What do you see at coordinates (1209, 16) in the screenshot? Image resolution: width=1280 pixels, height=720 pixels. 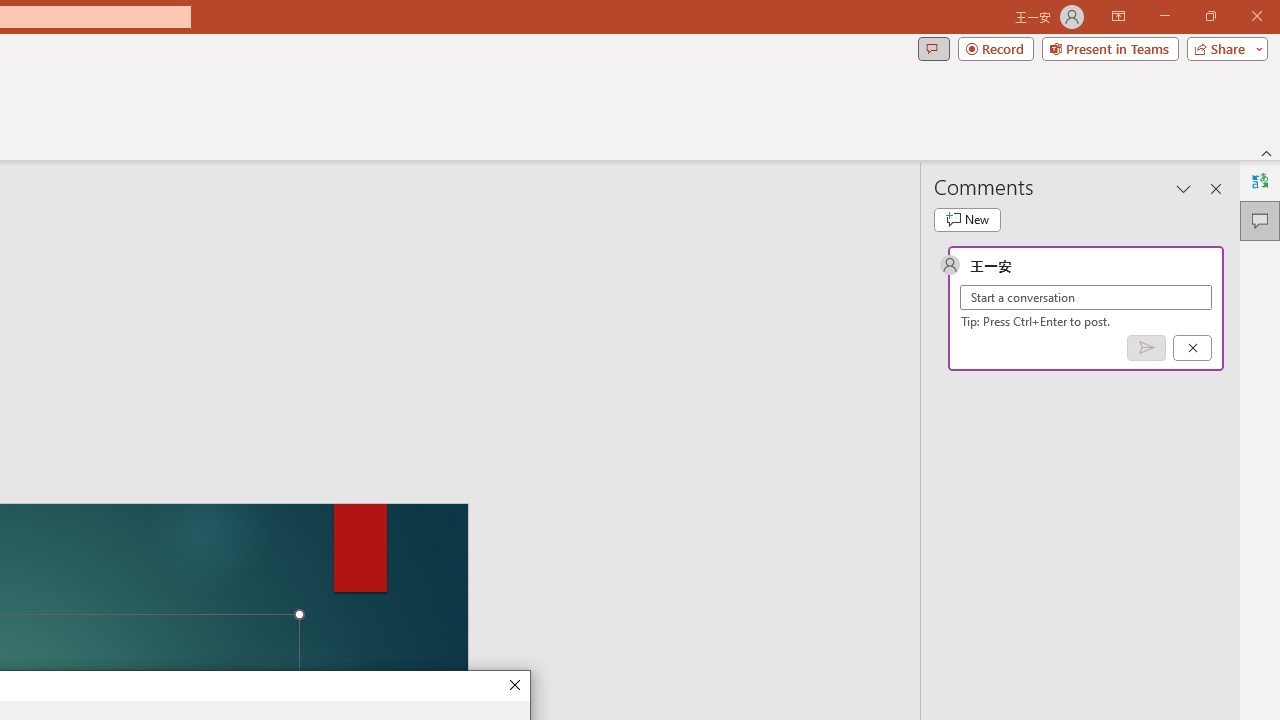 I see `'Restore Down'` at bounding box center [1209, 16].